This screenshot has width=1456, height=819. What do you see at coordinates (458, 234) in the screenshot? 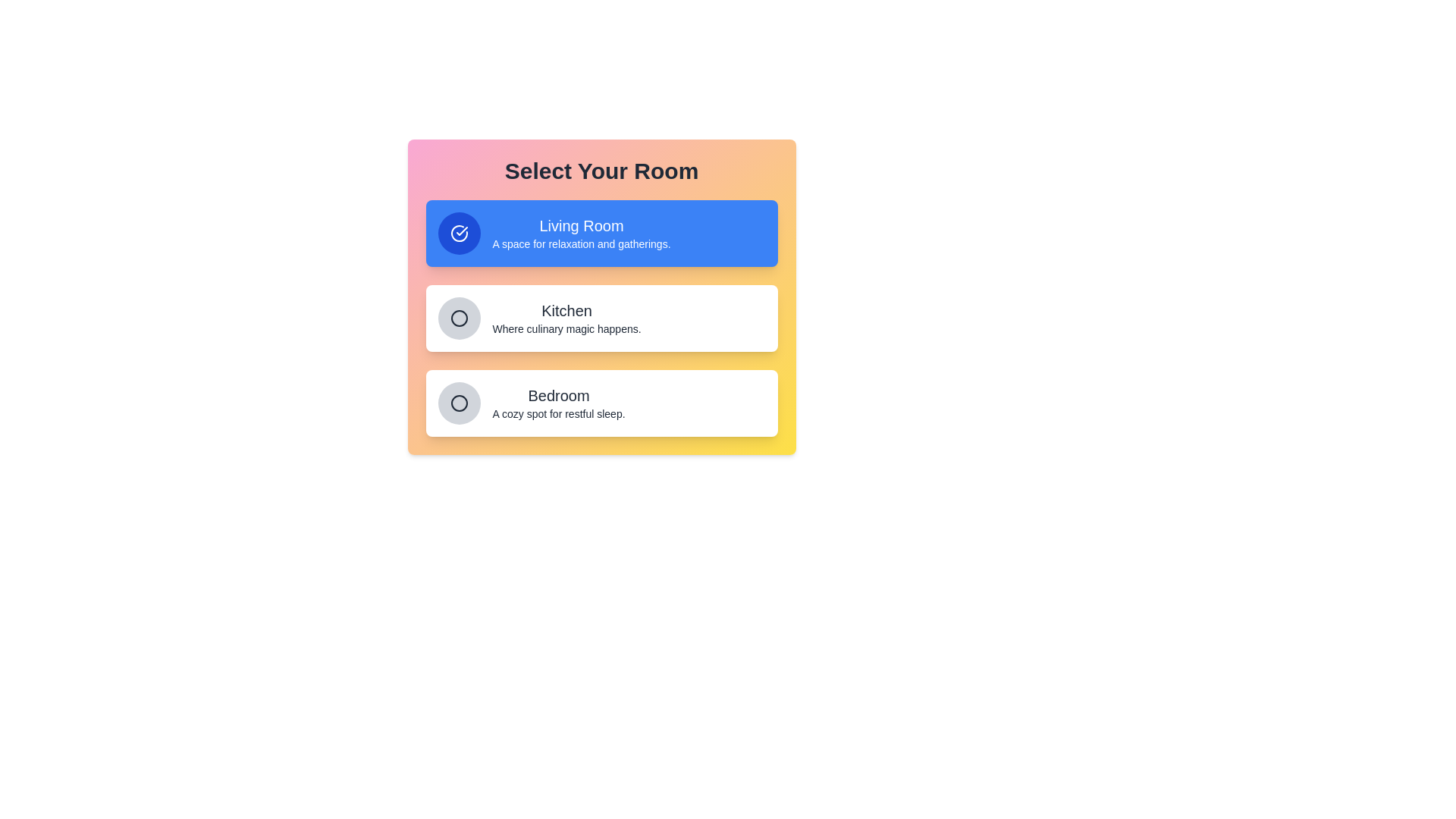
I see `the circular checkmark icon with a filled blue background located to the left of the 'Living Room' option` at bounding box center [458, 234].